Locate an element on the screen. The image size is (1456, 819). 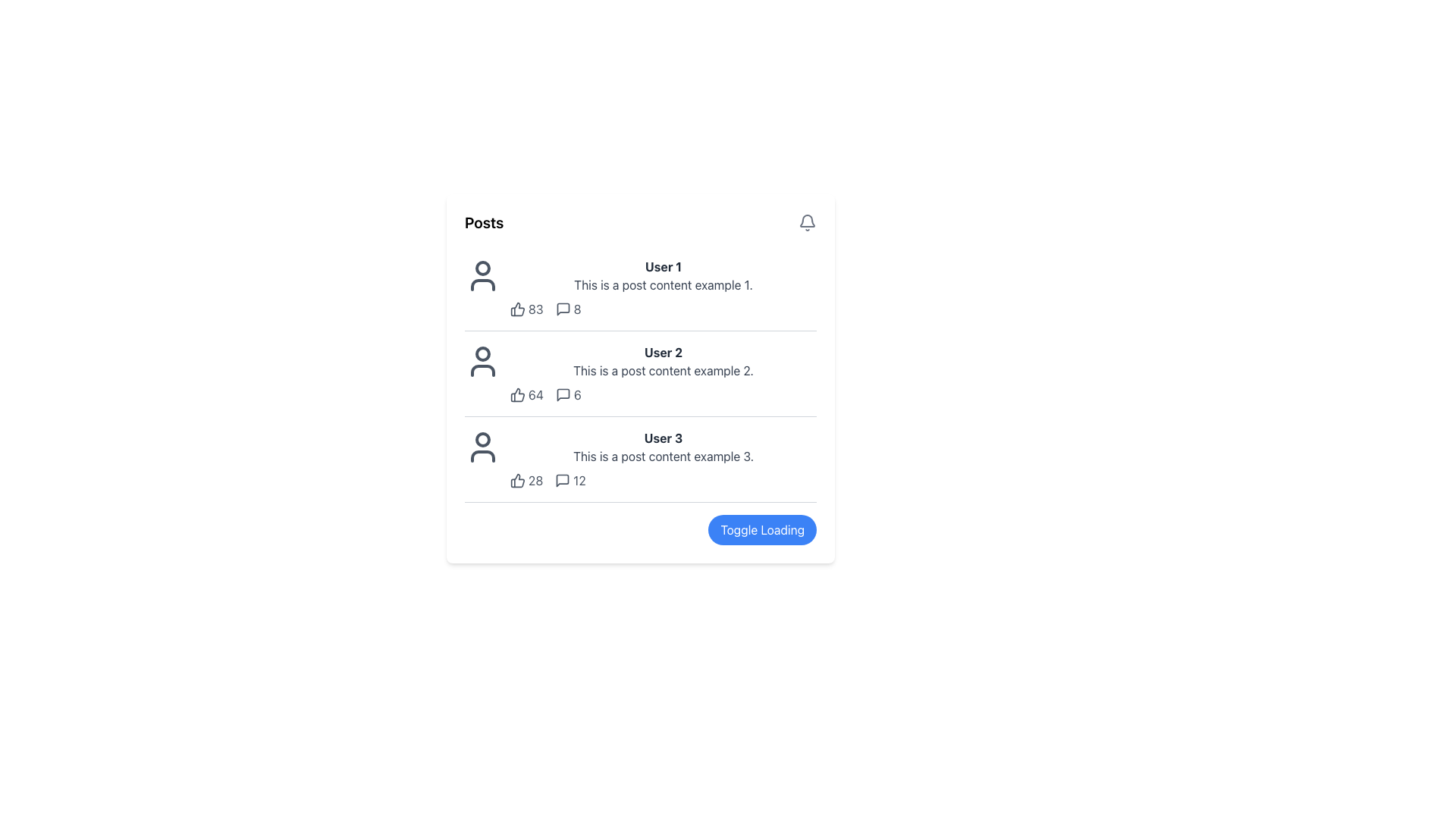
the comments icon located to the right of 'User 2's post entry, under the '64 likes' section and before the textual comment count '6' is located at coordinates (562, 394).